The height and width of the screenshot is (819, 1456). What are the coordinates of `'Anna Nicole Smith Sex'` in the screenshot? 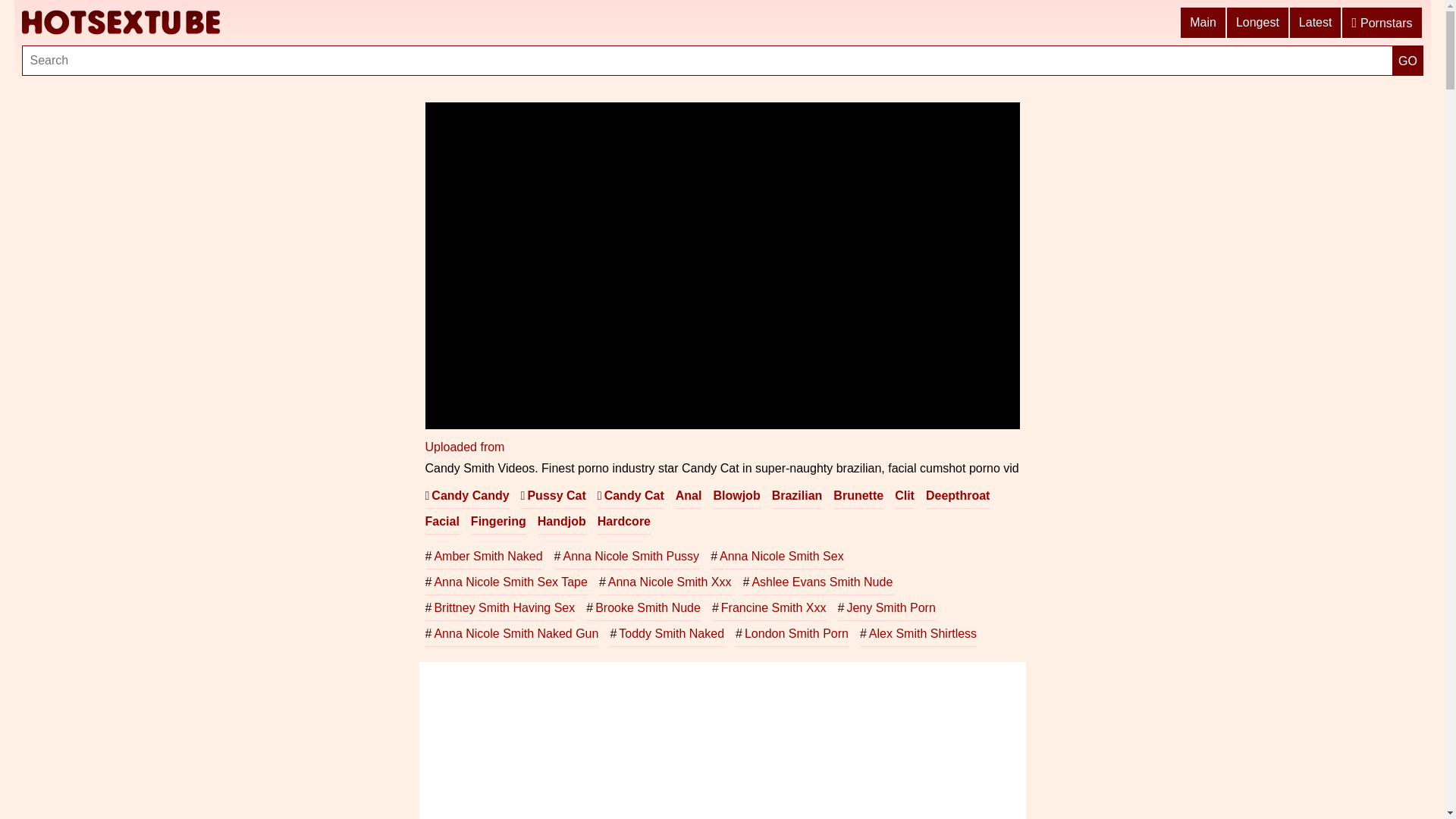 It's located at (777, 556).